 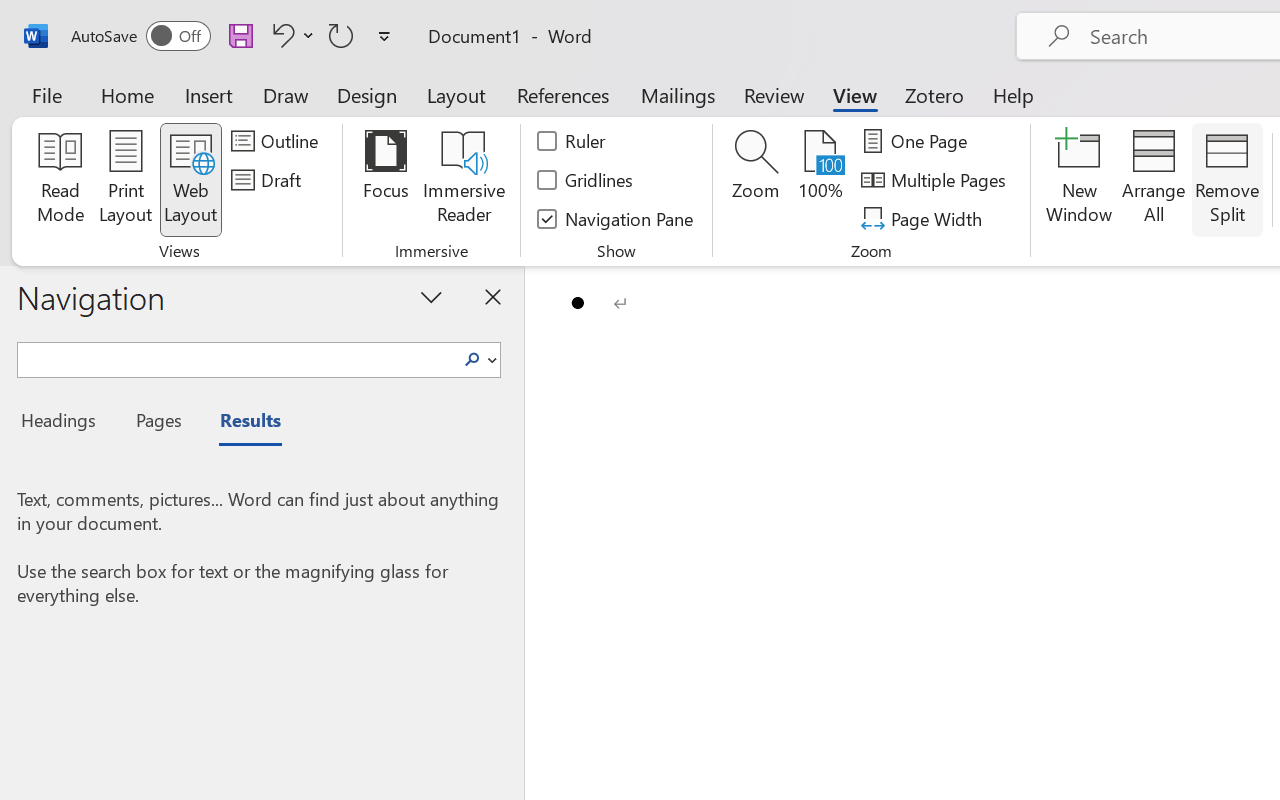 I want to click on 'New Window', so click(x=1078, y=179).